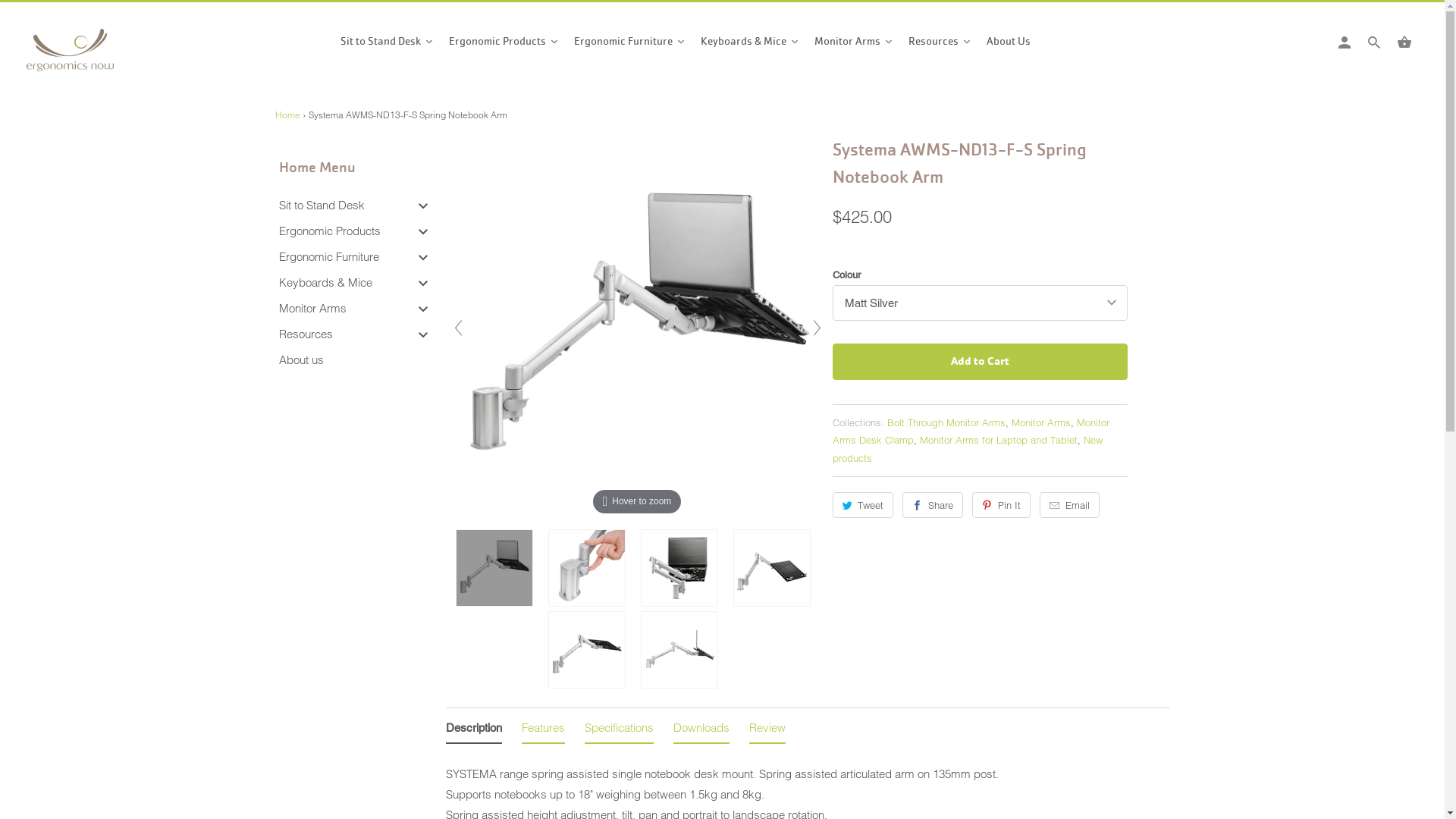 The height and width of the screenshot is (819, 1456). I want to click on 'Tweet', so click(863, 505).